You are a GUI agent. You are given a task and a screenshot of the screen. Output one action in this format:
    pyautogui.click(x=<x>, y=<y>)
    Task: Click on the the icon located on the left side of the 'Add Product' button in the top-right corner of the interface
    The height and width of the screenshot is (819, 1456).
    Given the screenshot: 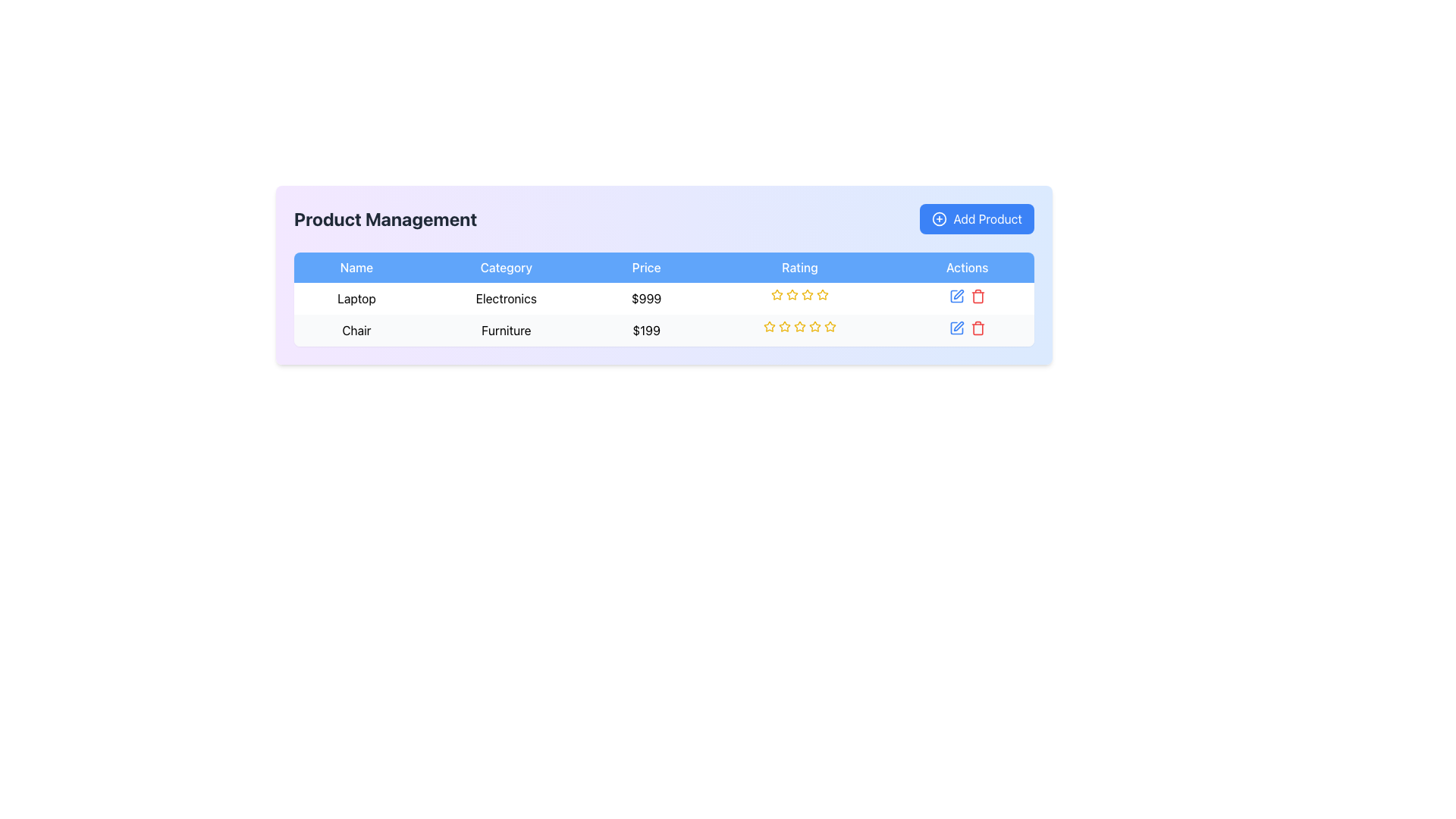 What is the action you would take?
    pyautogui.click(x=938, y=219)
    